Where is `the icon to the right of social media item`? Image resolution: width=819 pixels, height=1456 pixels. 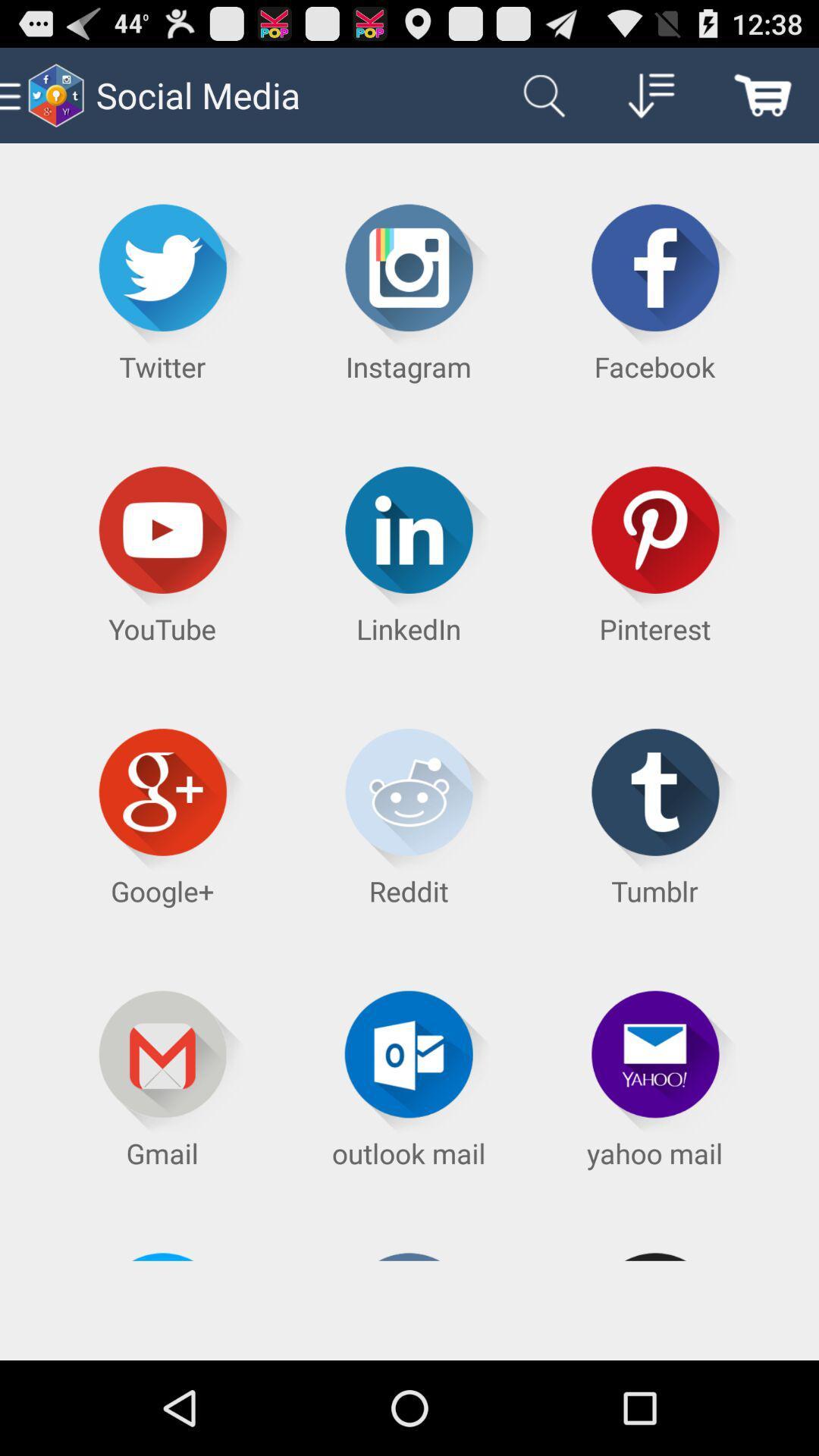
the icon to the right of social media item is located at coordinates (539, 94).